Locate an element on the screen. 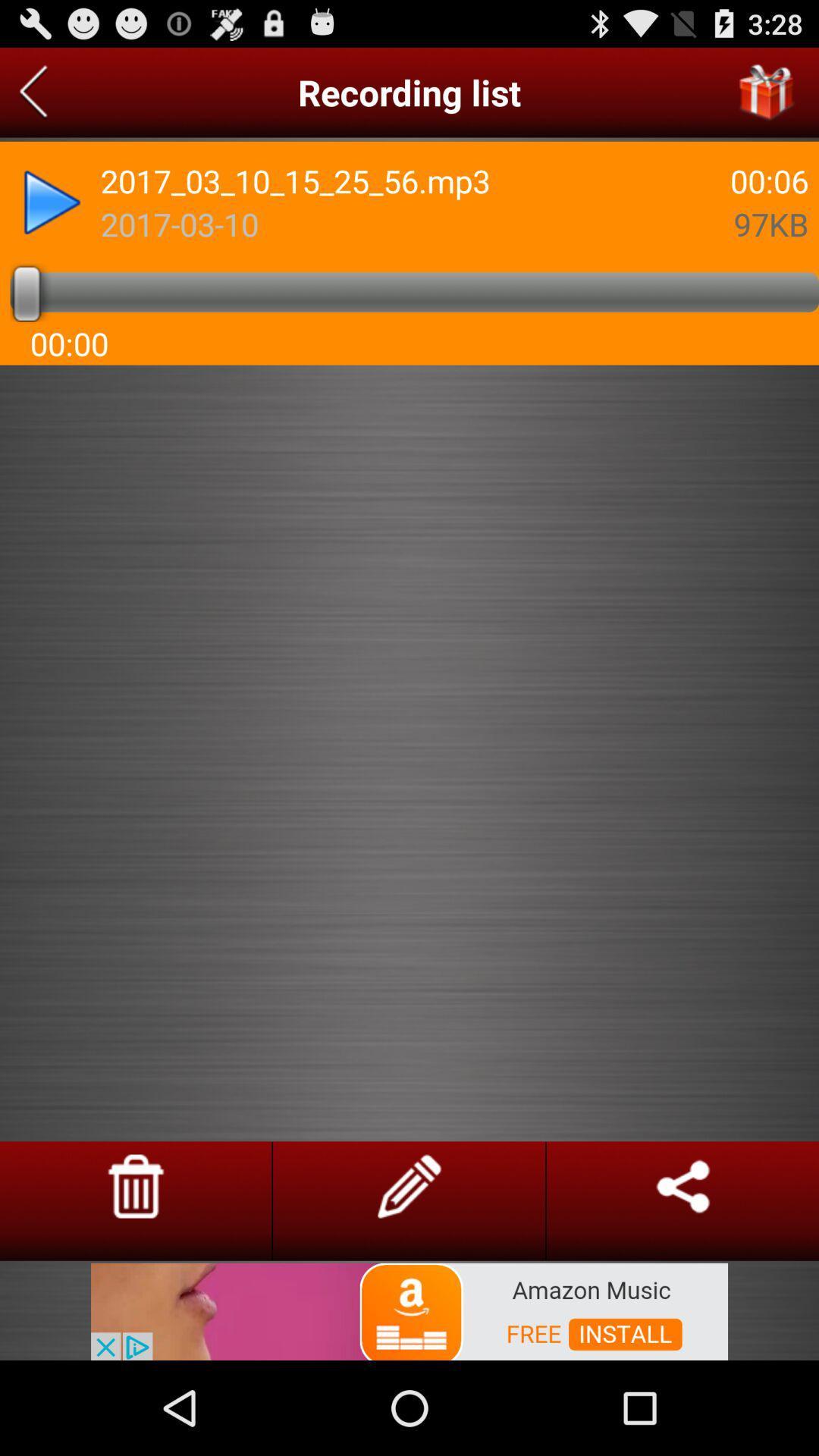 The height and width of the screenshot is (1456, 819). share is located at coordinates (682, 1185).